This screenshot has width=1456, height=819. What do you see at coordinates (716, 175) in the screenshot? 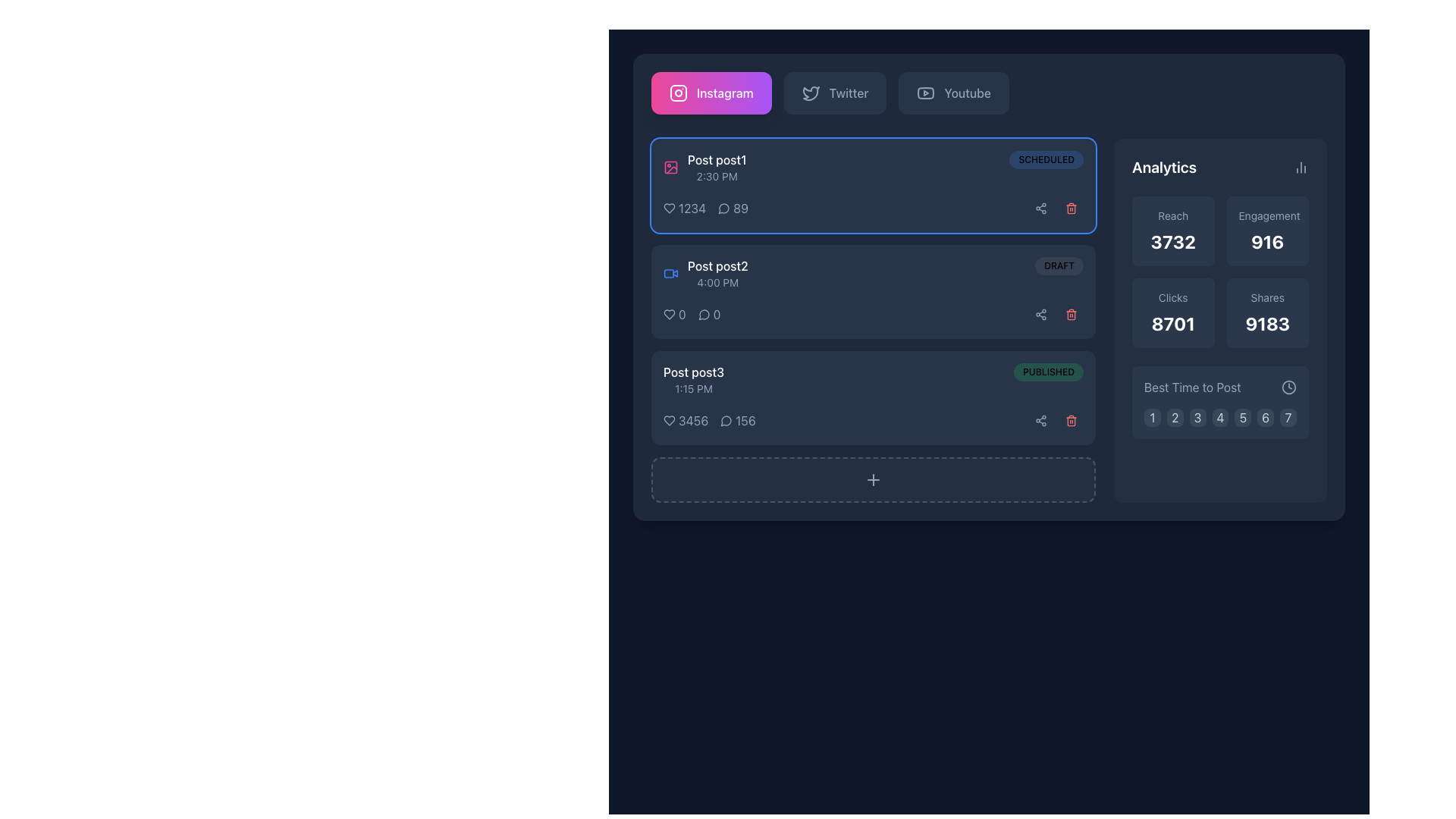
I see `the time display showing '2:30 PM' in gray-colored font located under the title of post 'post1'` at bounding box center [716, 175].